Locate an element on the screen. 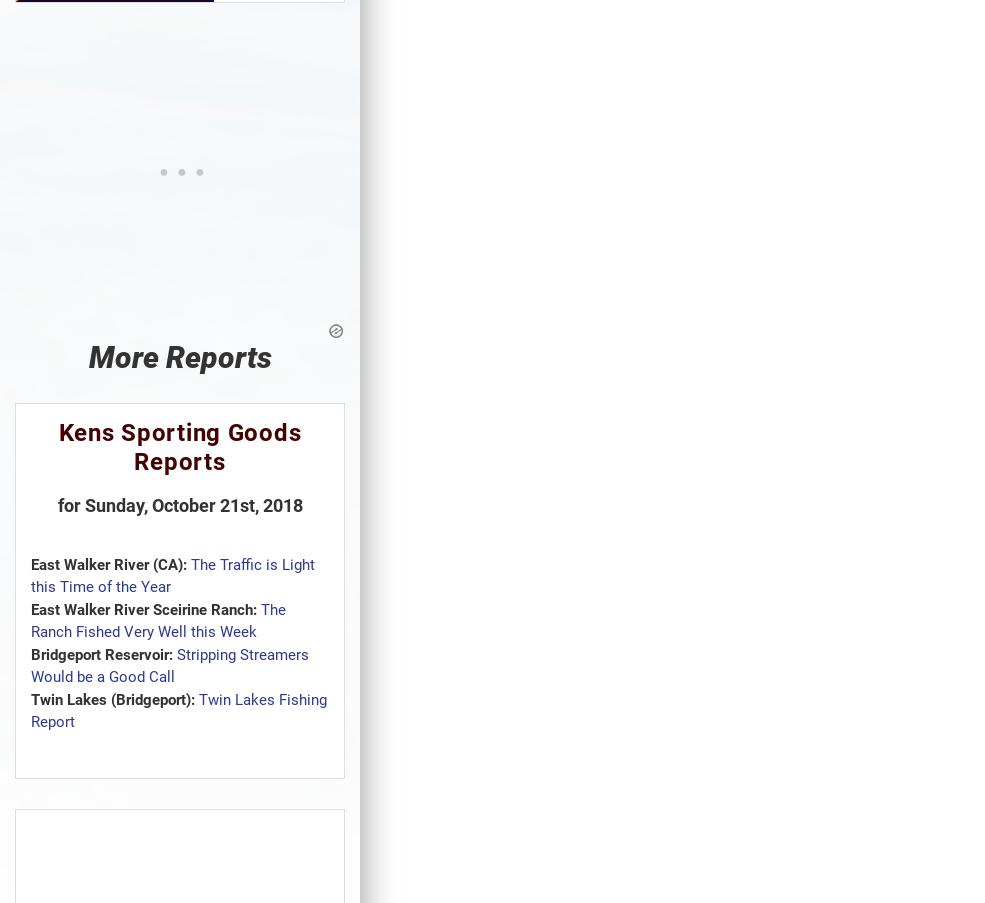 This screenshot has width=985, height=903. 'East Walker River Sceirine Ranch:' is located at coordinates (144, 608).